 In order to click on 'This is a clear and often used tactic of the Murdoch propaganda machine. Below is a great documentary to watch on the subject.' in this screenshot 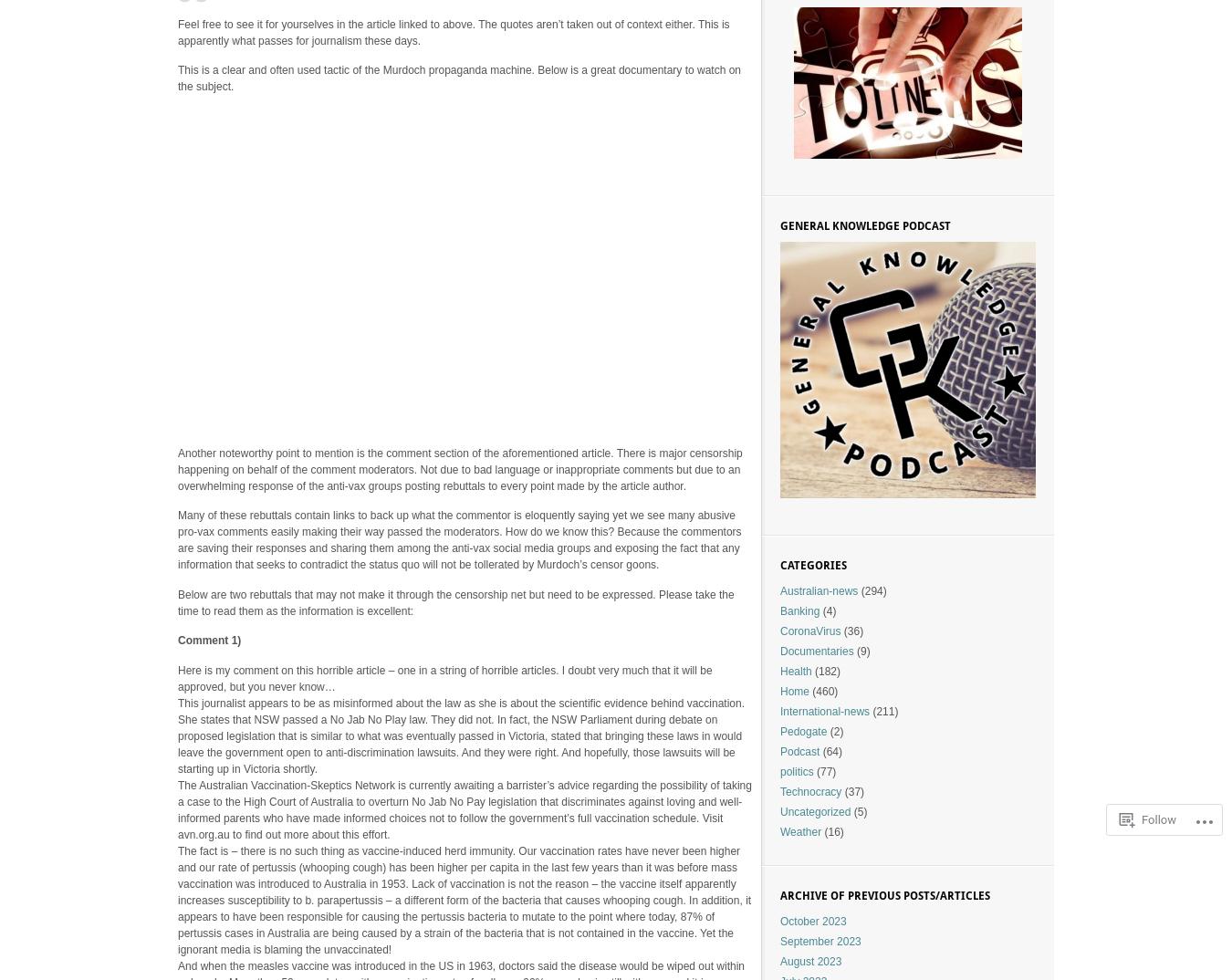, I will do `click(458, 78)`.